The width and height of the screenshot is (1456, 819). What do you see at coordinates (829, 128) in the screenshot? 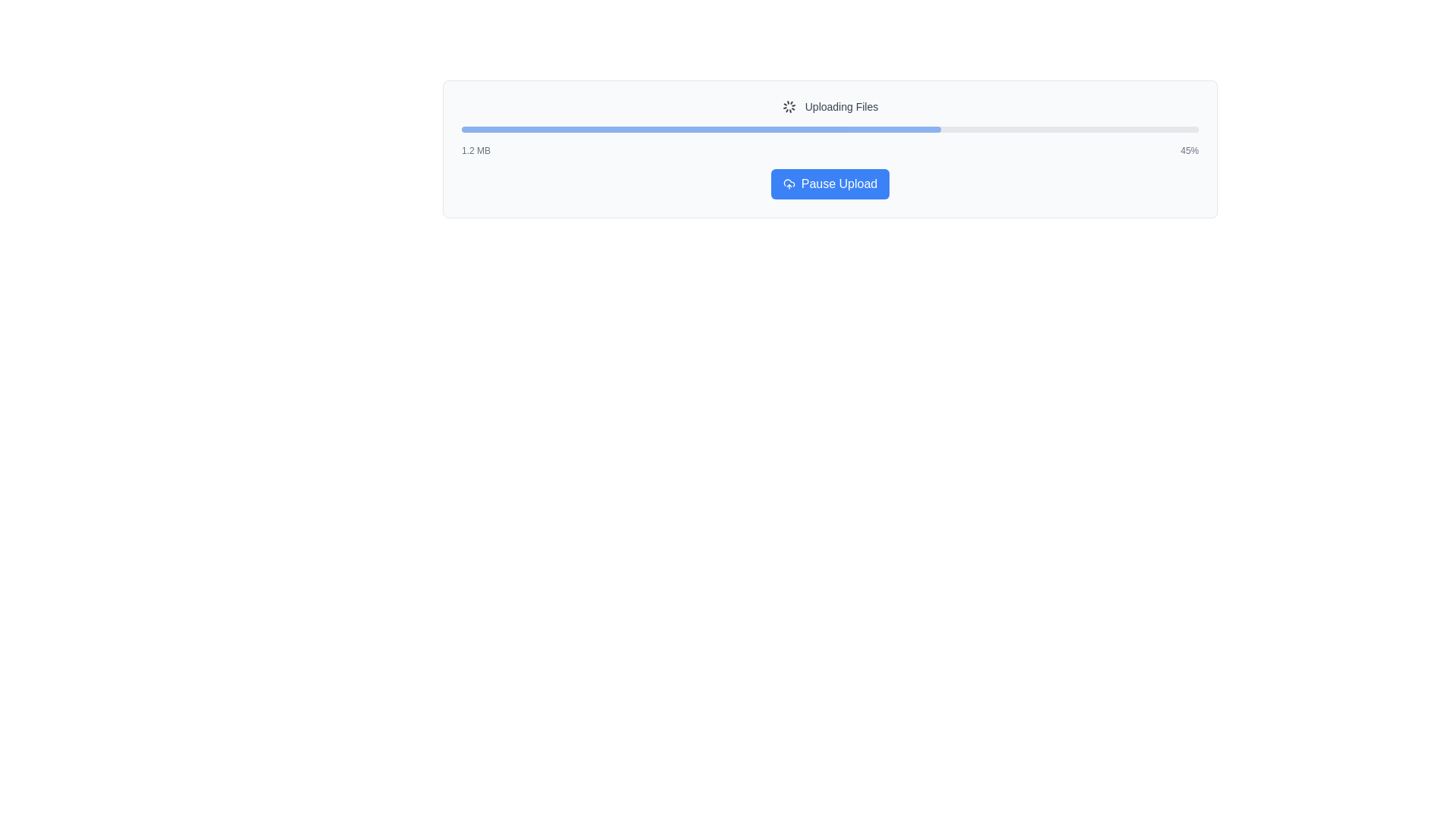
I see `the horizontal progress bar located centrally below the 'Uploading Files' label and above the 'Pause Upload' button` at bounding box center [829, 128].